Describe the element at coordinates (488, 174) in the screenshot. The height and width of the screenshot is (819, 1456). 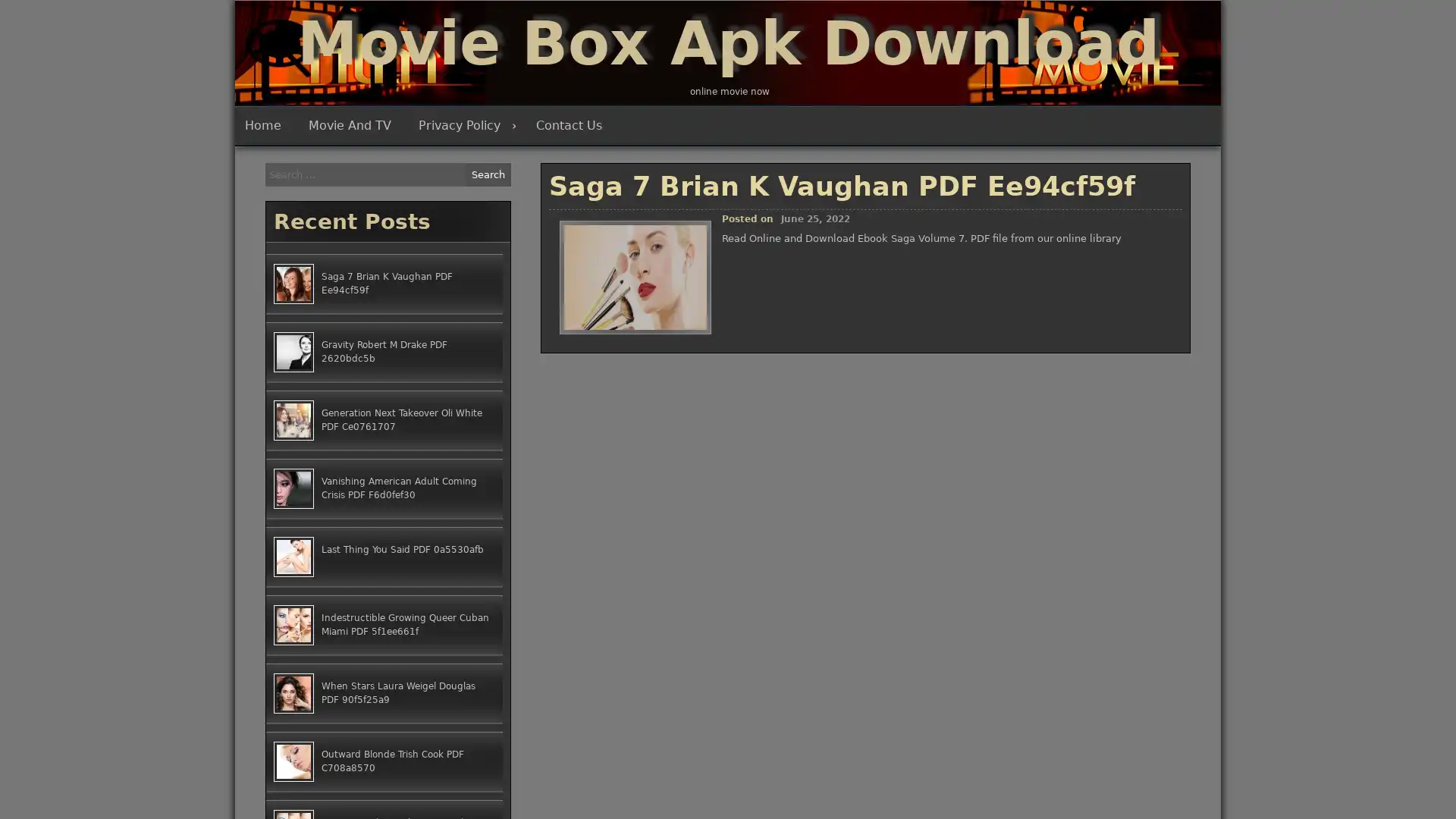
I see `Search` at that location.